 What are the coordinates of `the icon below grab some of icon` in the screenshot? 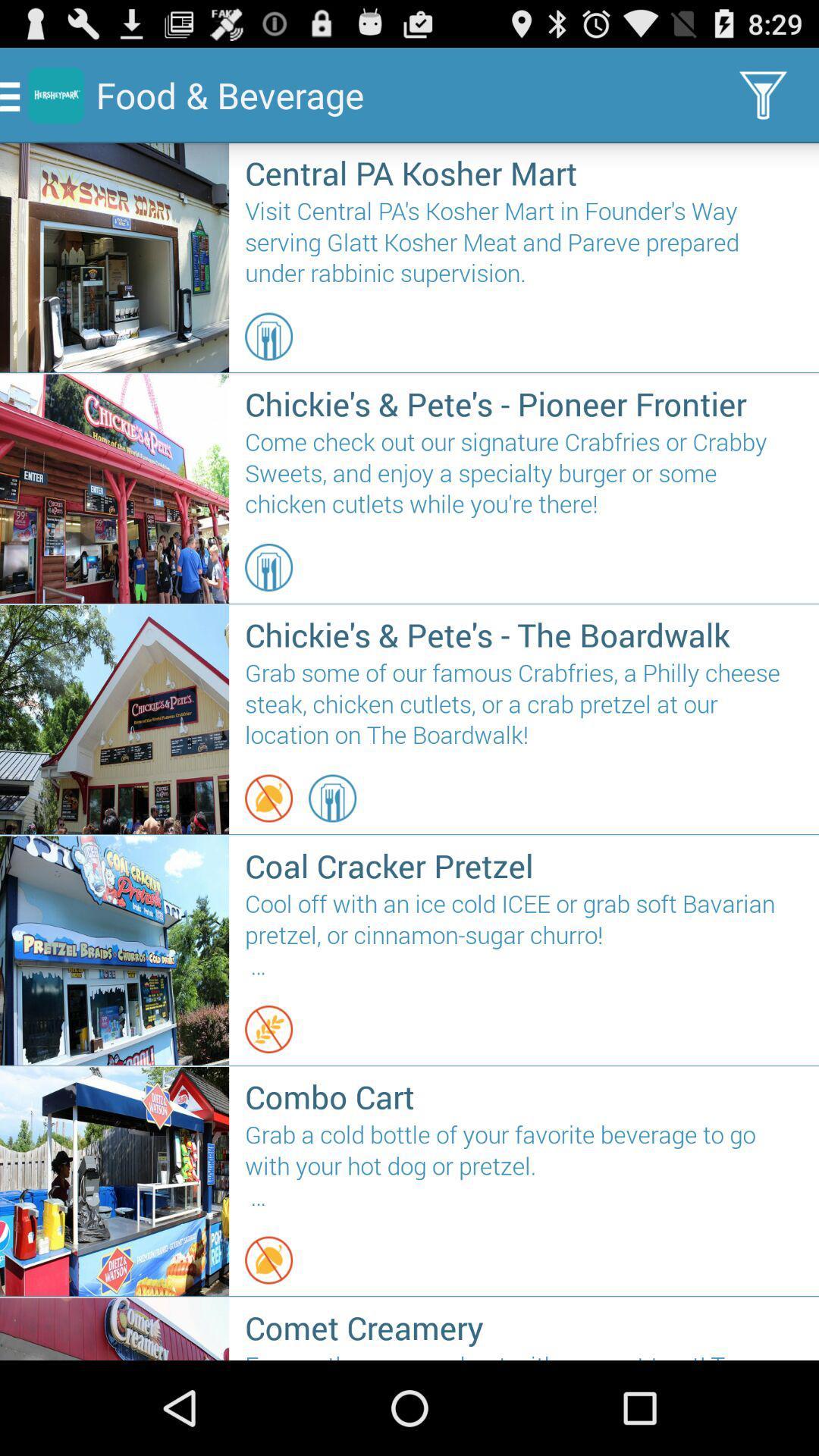 It's located at (331, 797).